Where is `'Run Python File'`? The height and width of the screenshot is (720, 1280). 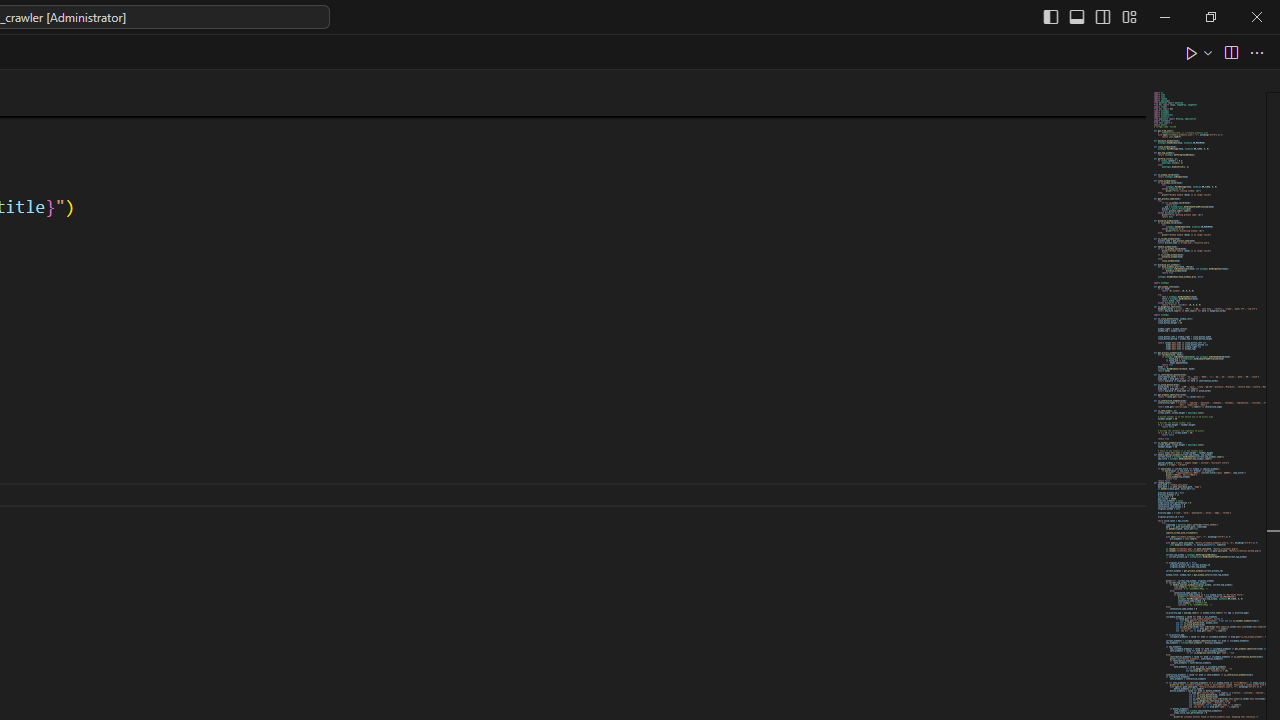 'Run Python File' is located at coordinates (1192, 51).